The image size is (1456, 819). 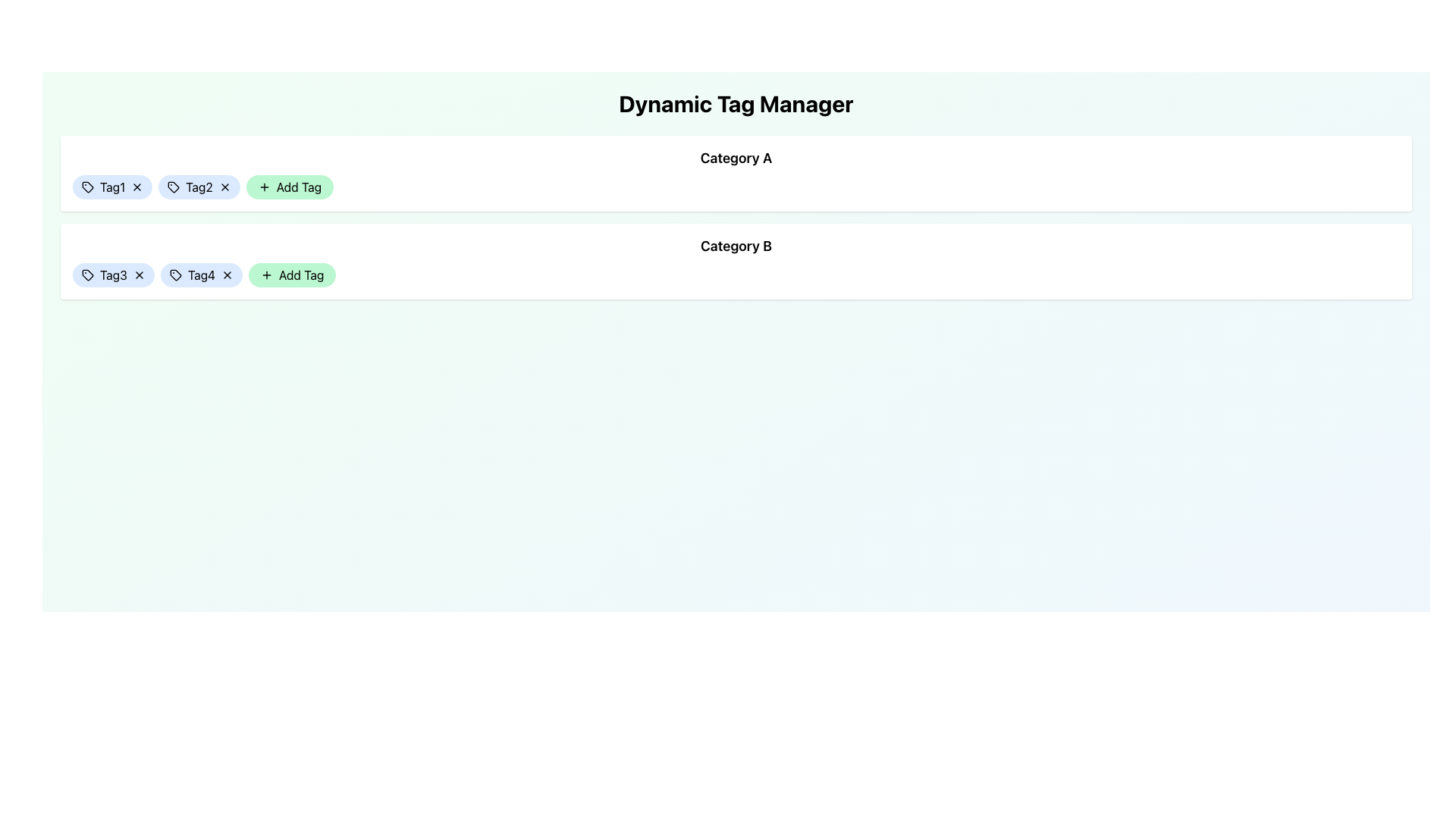 What do you see at coordinates (292, 275) in the screenshot?
I see `the button that allows the user to add a new tag to the 'Category B' section` at bounding box center [292, 275].